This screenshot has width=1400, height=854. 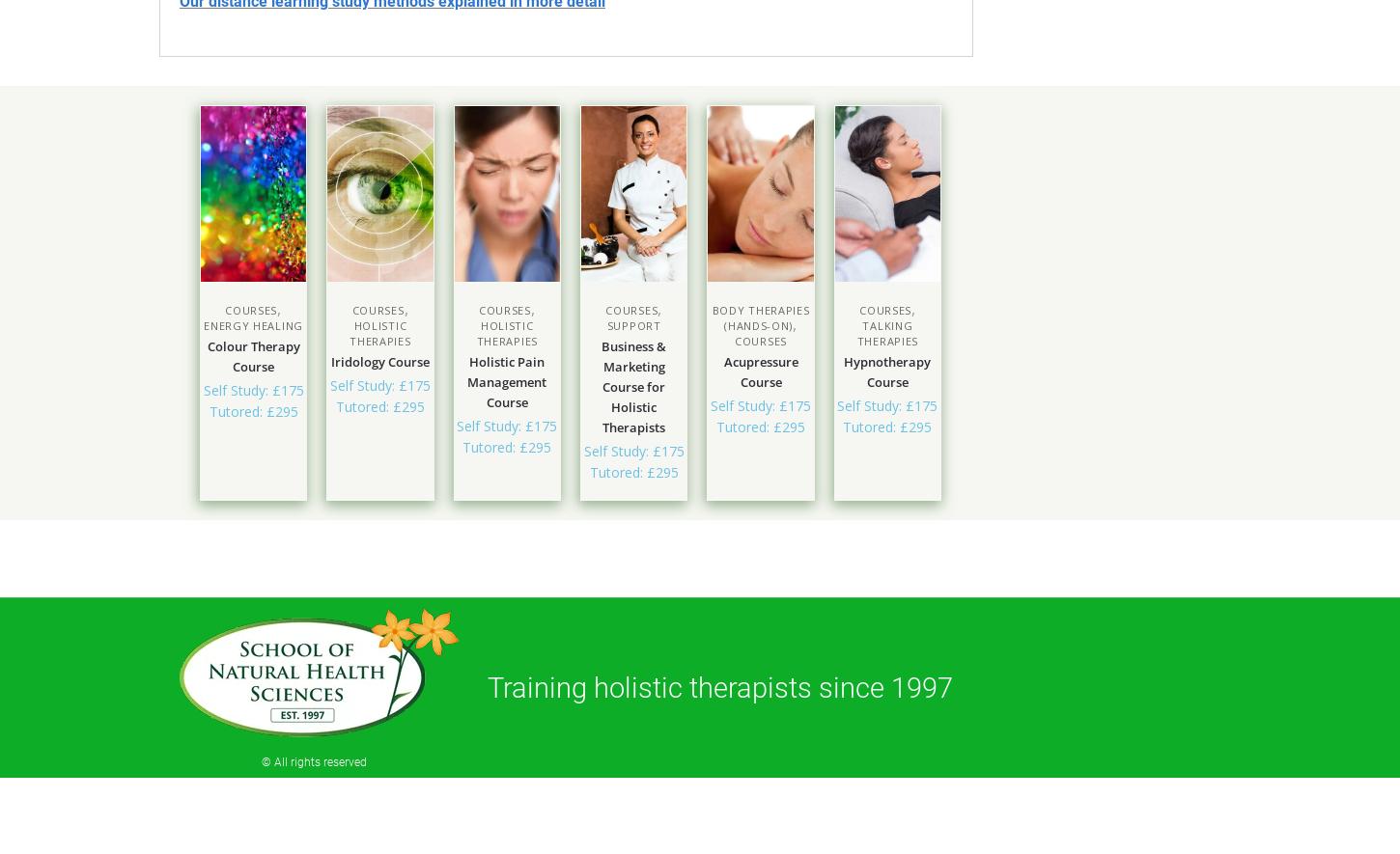 What do you see at coordinates (378, 360) in the screenshot?
I see `'Iridology Course'` at bounding box center [378, 360].